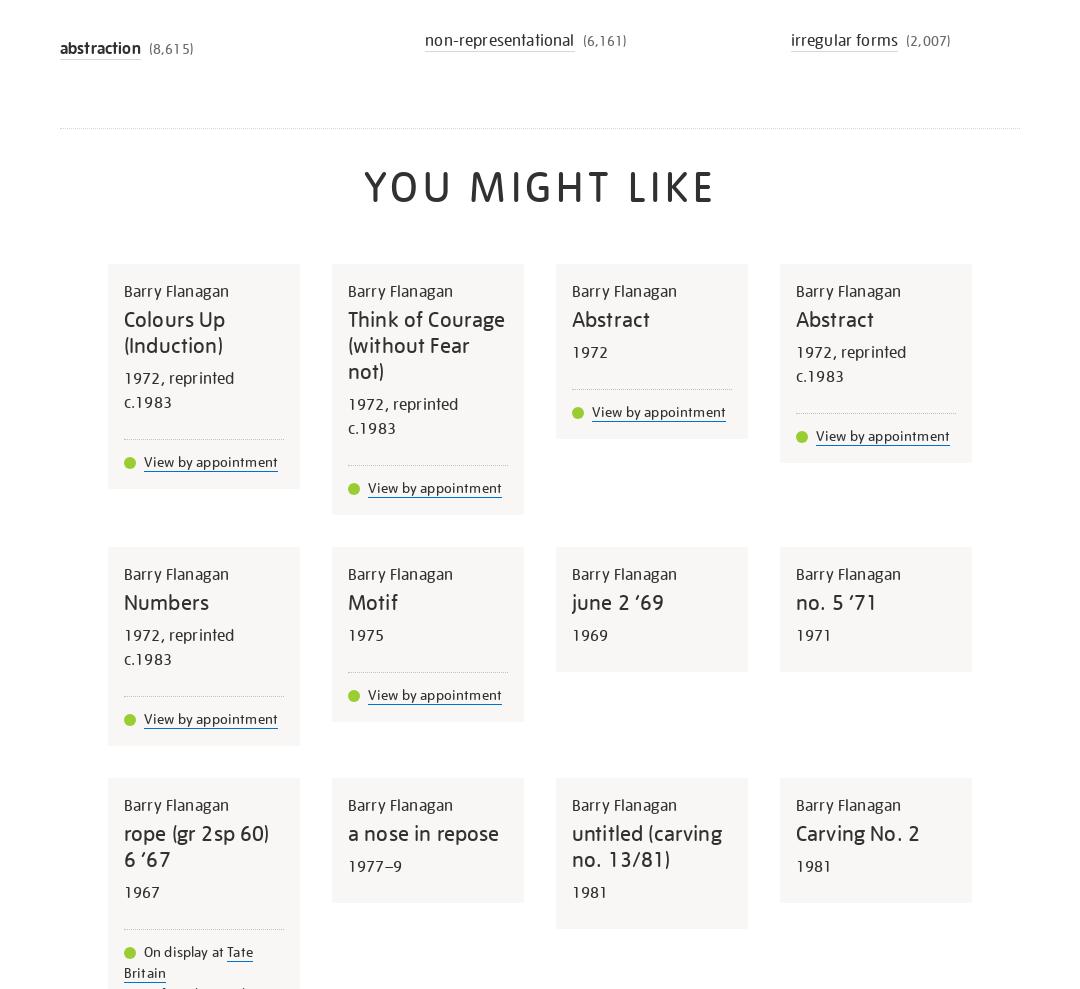 Image resolution: width=1080 pixels, height=989 pixels. I want to click on '1969', so click(589, 635).